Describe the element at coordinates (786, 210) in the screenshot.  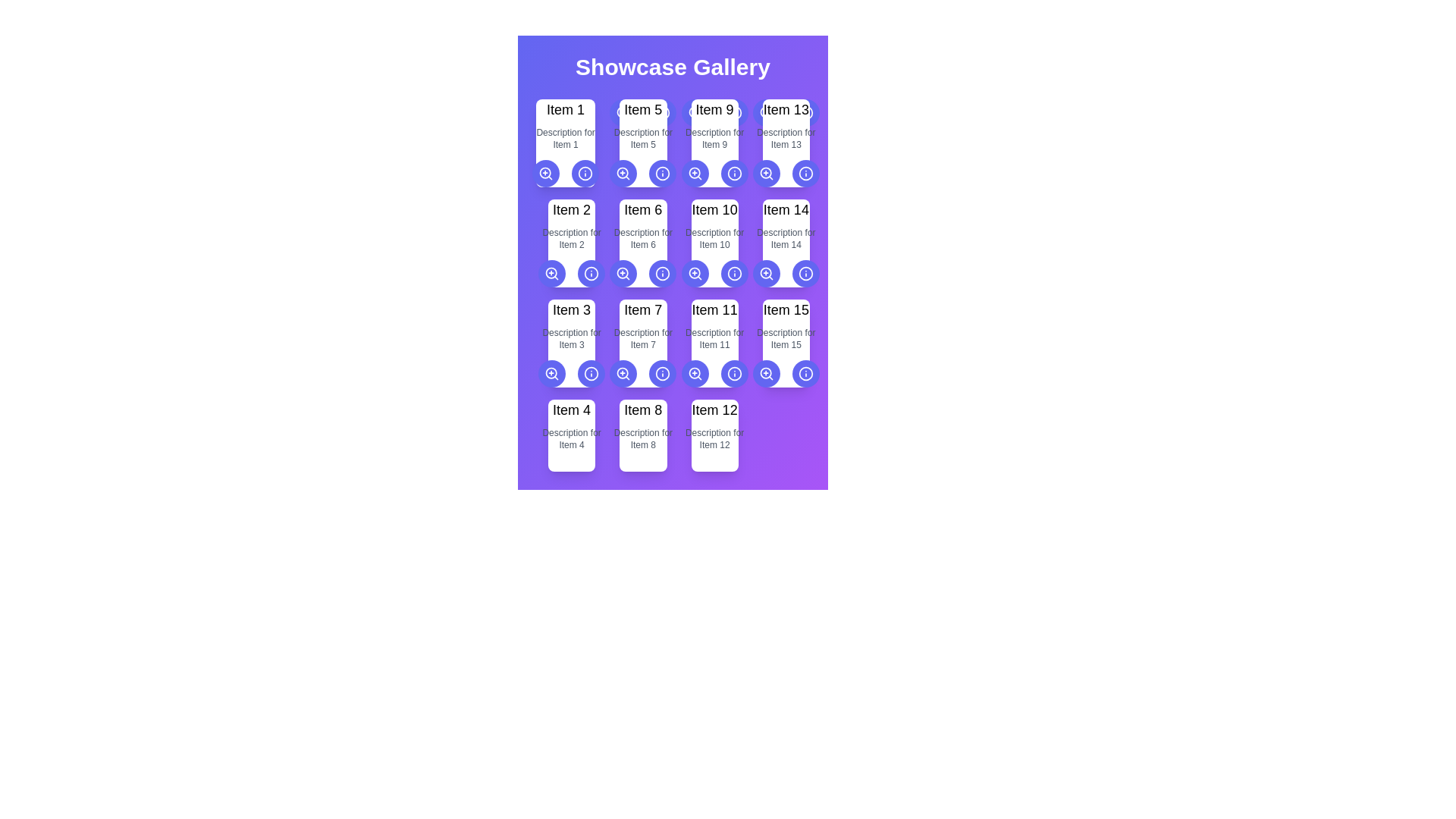
I see `text label 'Item 14' displayed in bold black color, centered within the card in the fourth row and fourth column of the Showcase Gallery section` at that location.